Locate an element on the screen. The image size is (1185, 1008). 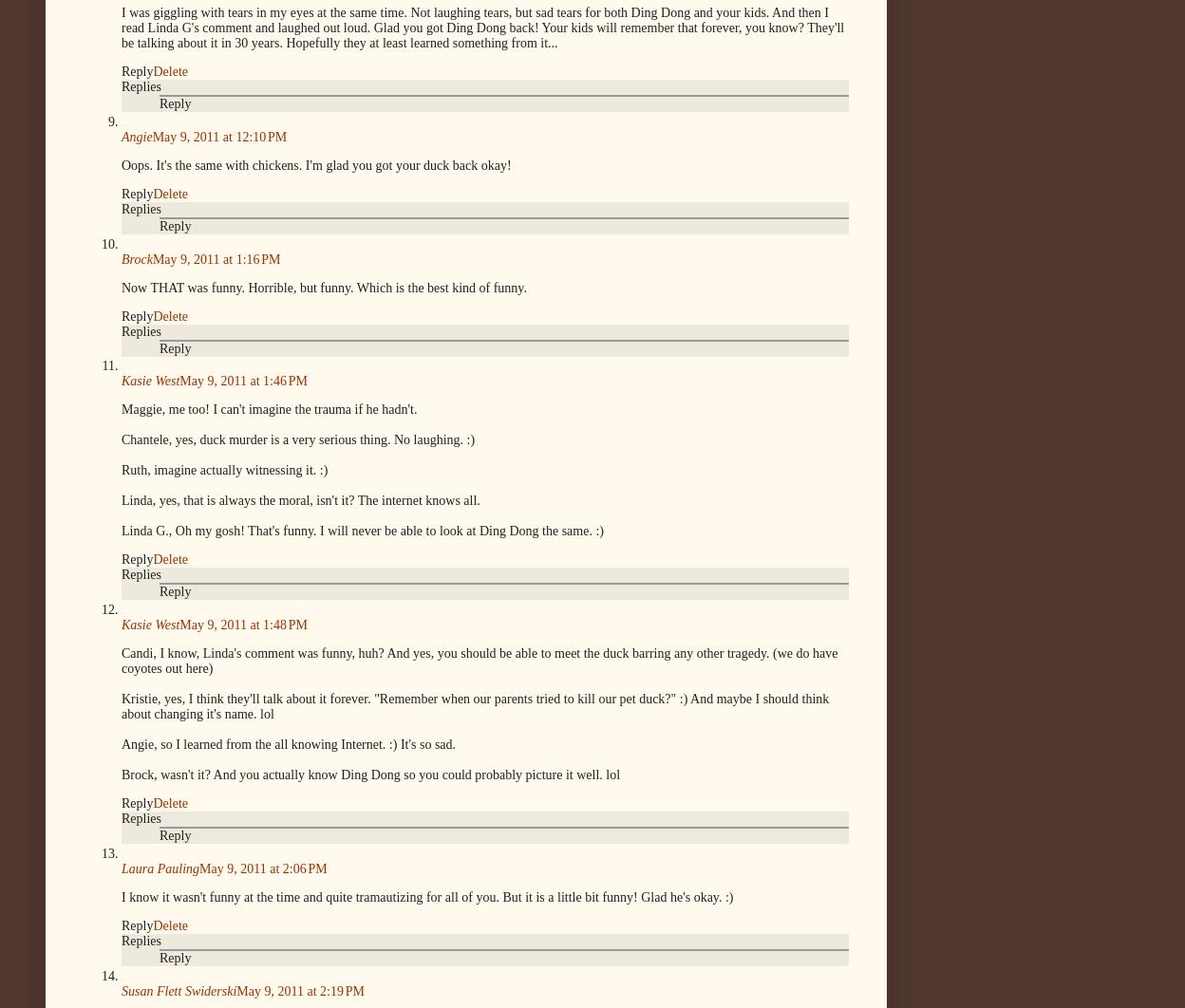
'Ruth, imagine actually witnessing it. :)' is located at coordinates (224, 469).